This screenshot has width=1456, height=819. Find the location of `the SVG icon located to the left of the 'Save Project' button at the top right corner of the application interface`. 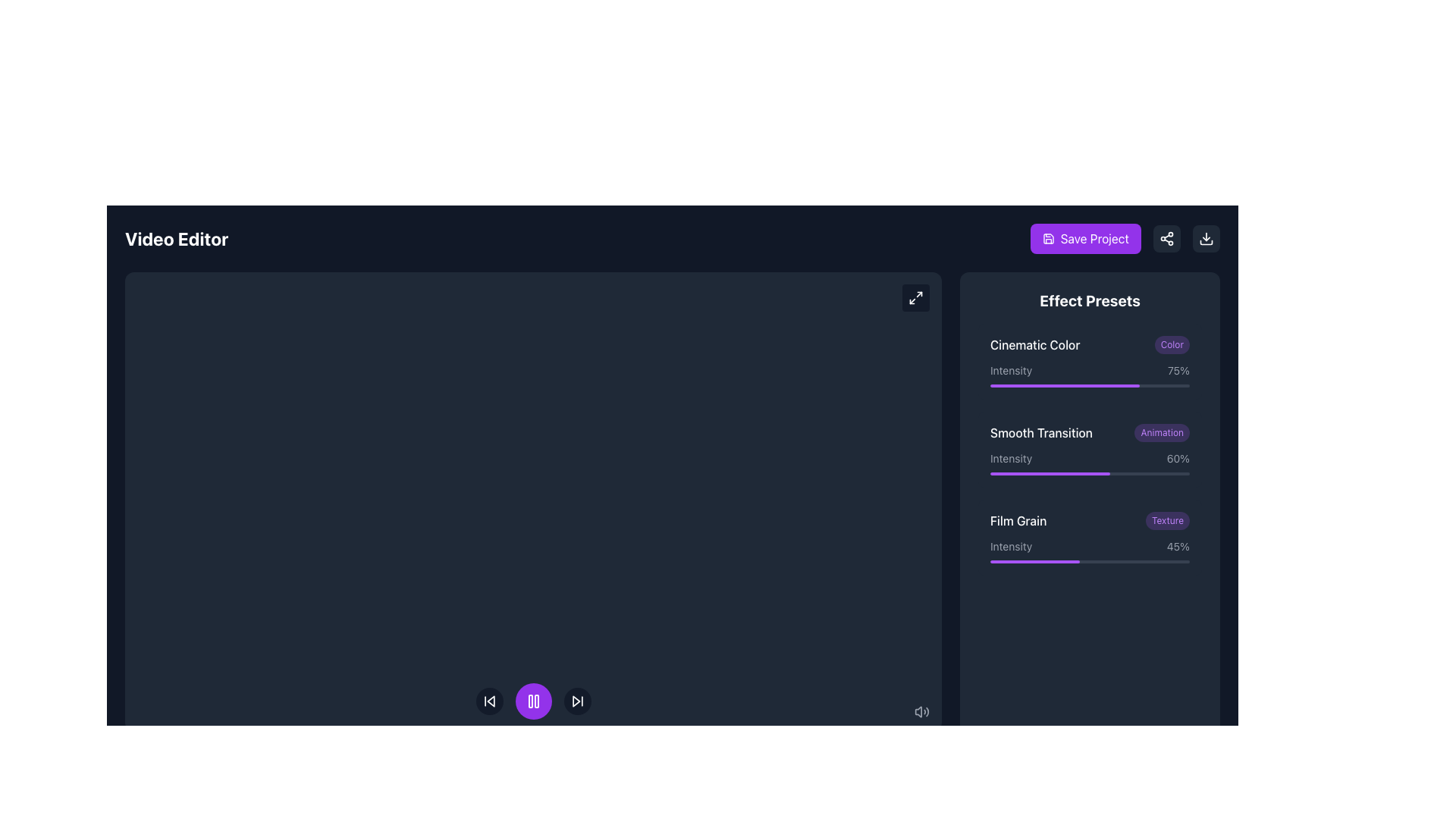

the SVG icon located to the left of the 'Save Project' button at the top right corner of the application interface is located at coordinates (1047, 239).